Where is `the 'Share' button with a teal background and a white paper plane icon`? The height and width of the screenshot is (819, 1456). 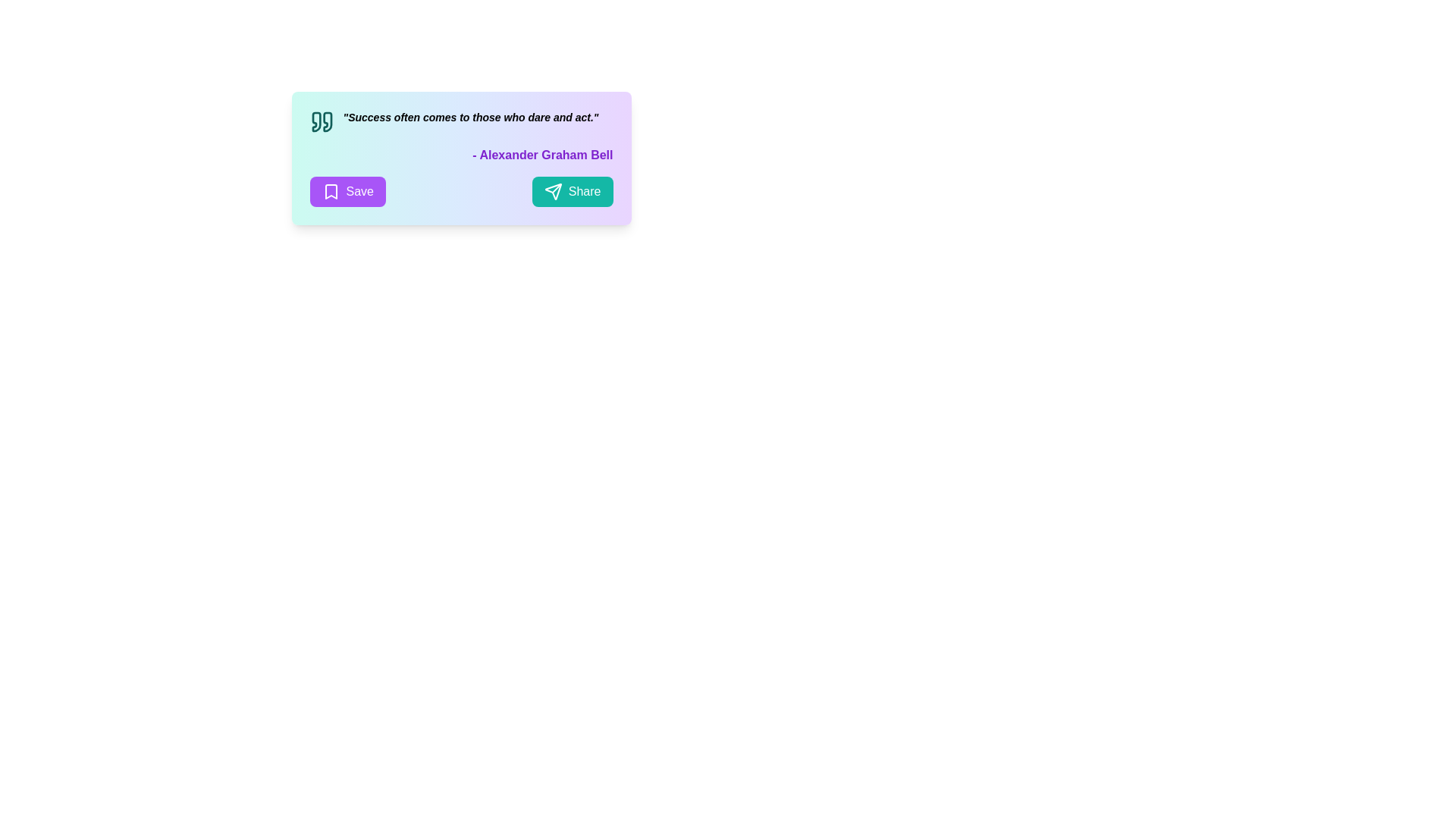 the 'Share' button with a teal background and a white paper plane icon is located at coordinates (572, 191).